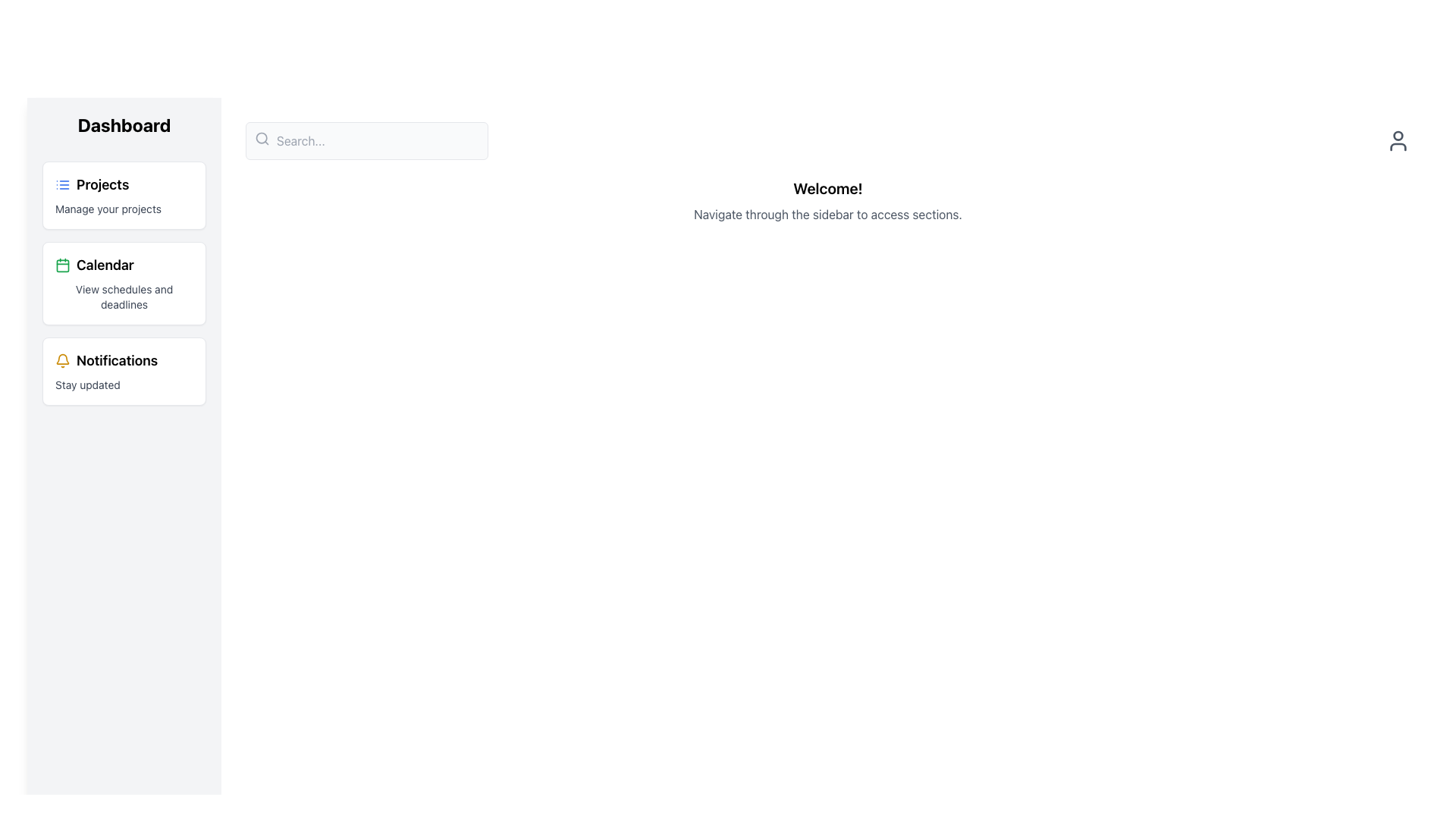 This screenshot has width=1456, height=819. What do you see at coordinates (86, 384) in the screenshot?
I see `descriptive subtitle text located in the 'Notifications' section of the sidebar, positioned directly below the bold 'Notifications' header` at bounding box center [86, 384].